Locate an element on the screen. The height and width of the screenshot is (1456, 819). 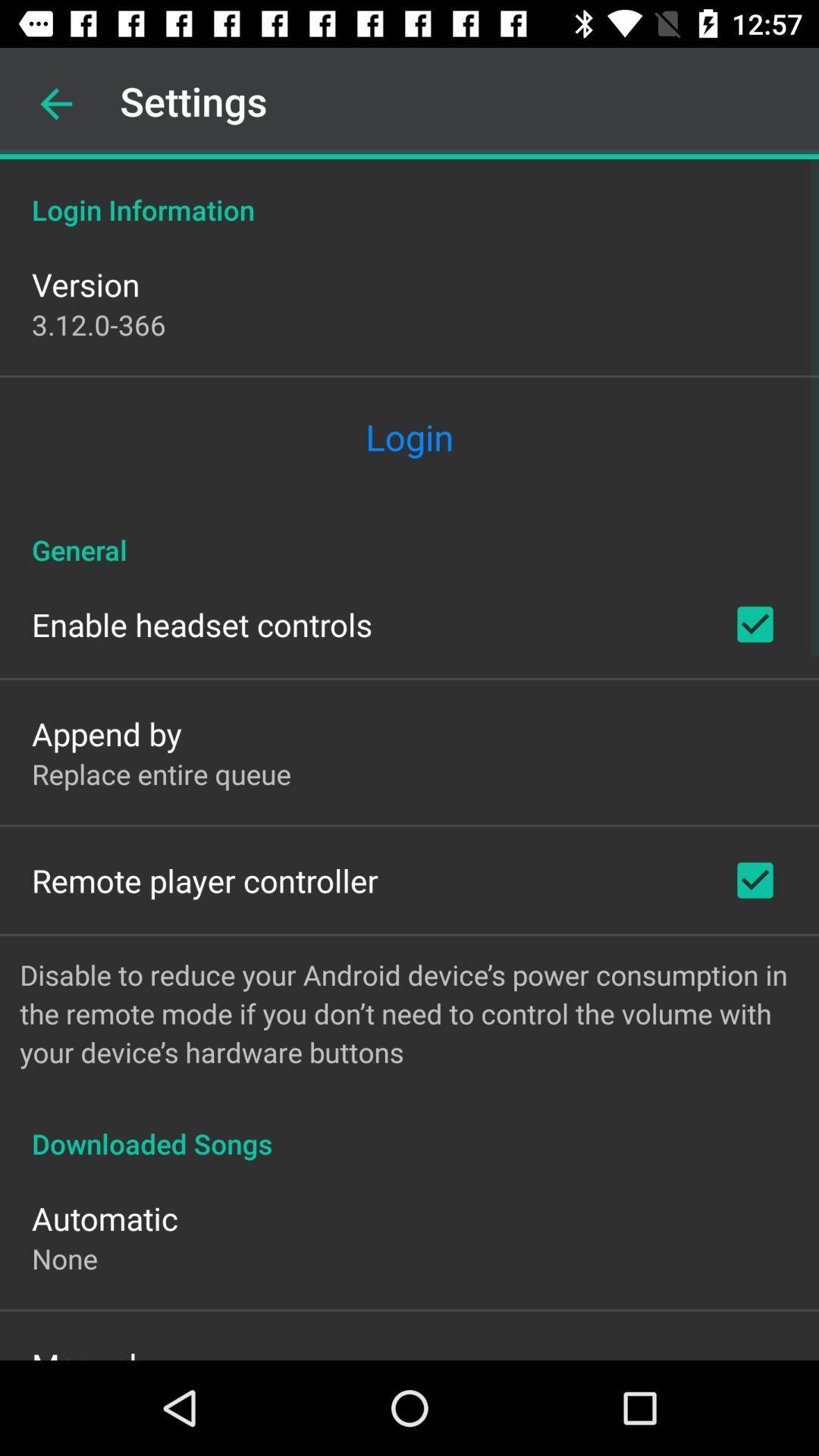
the icon above append by item is located at coordinates (201, 624).